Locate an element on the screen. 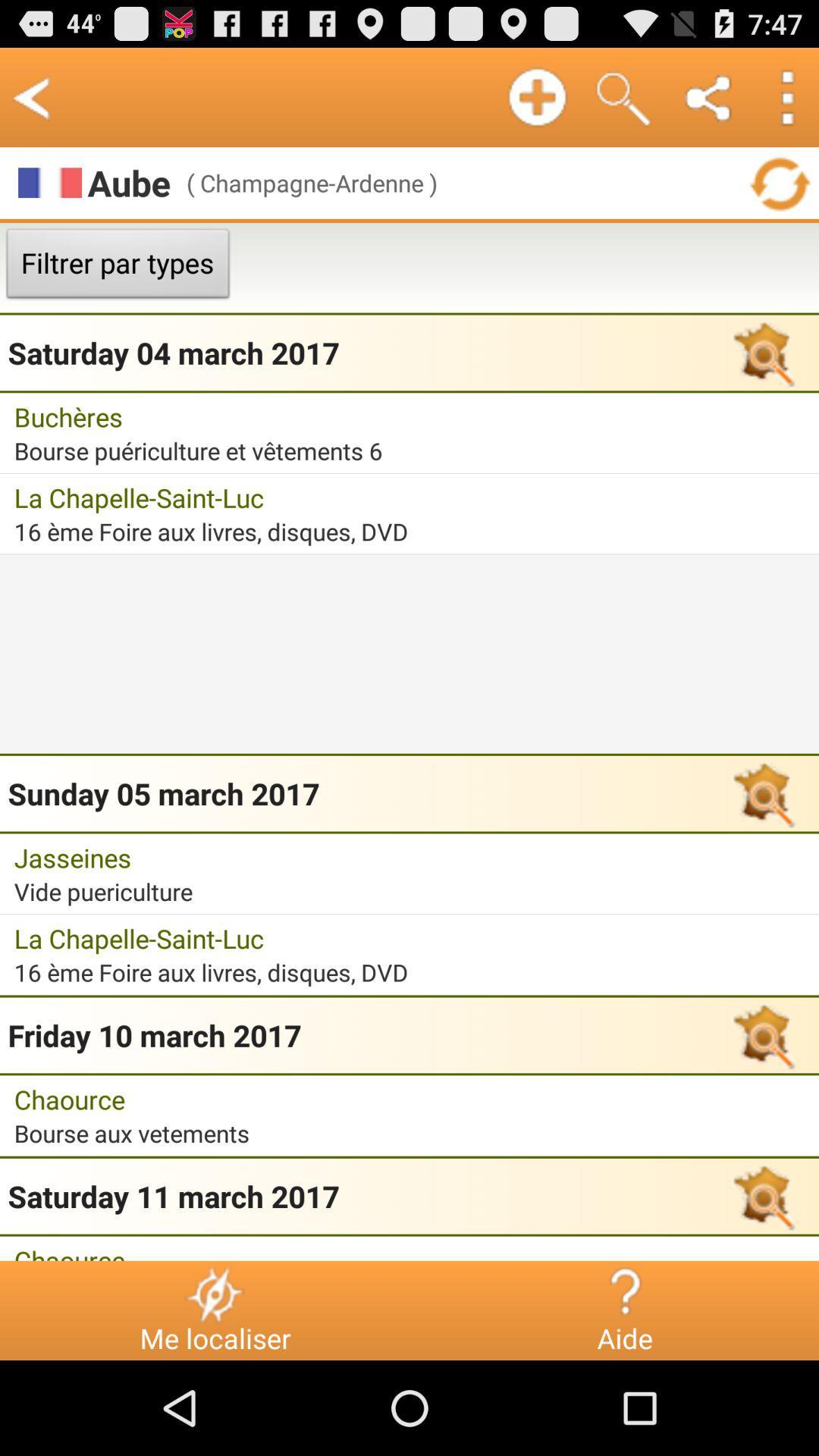 Image resolution: width=819 pixels, height=1456 pixels. the help icon is located at coordinates (624, 1385).